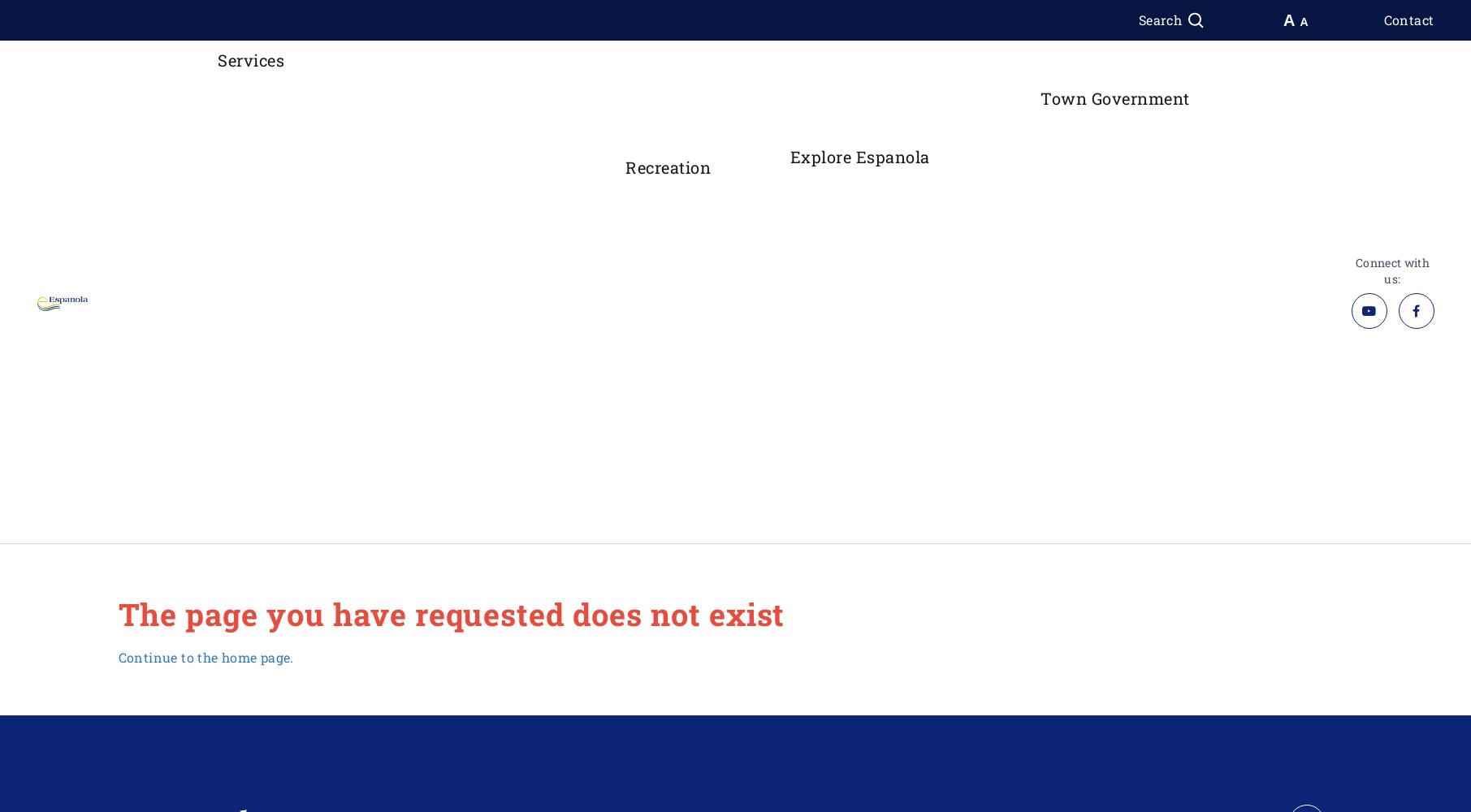 This screenshot has height=812, width=1471. What do you see at coordinates (246, 174) in the screenshot?
I see `'A to Z Service Listings'` at bounding box center [246, 174].